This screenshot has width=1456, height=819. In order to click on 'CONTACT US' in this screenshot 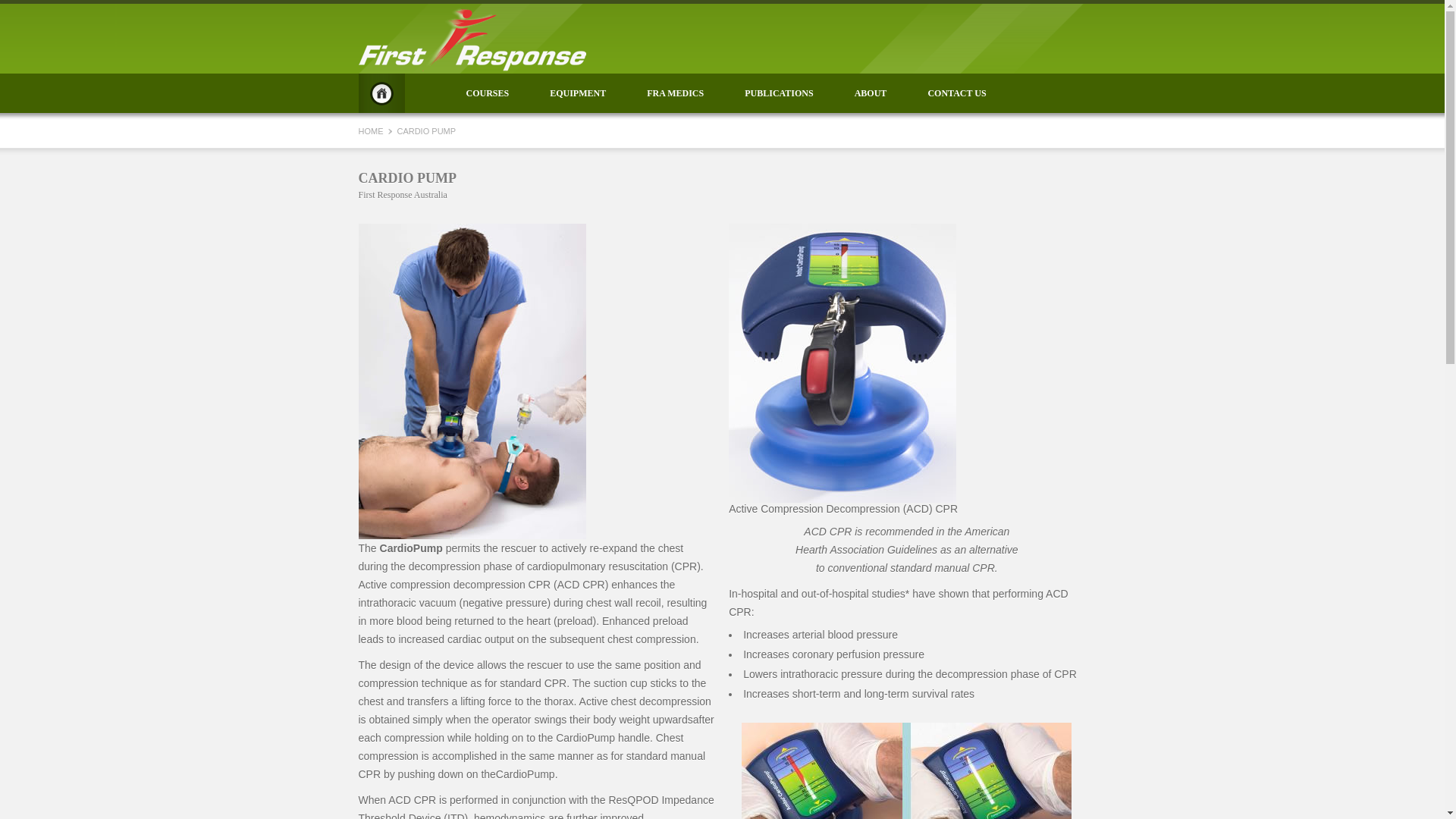, I will do `click(955, 93)`.